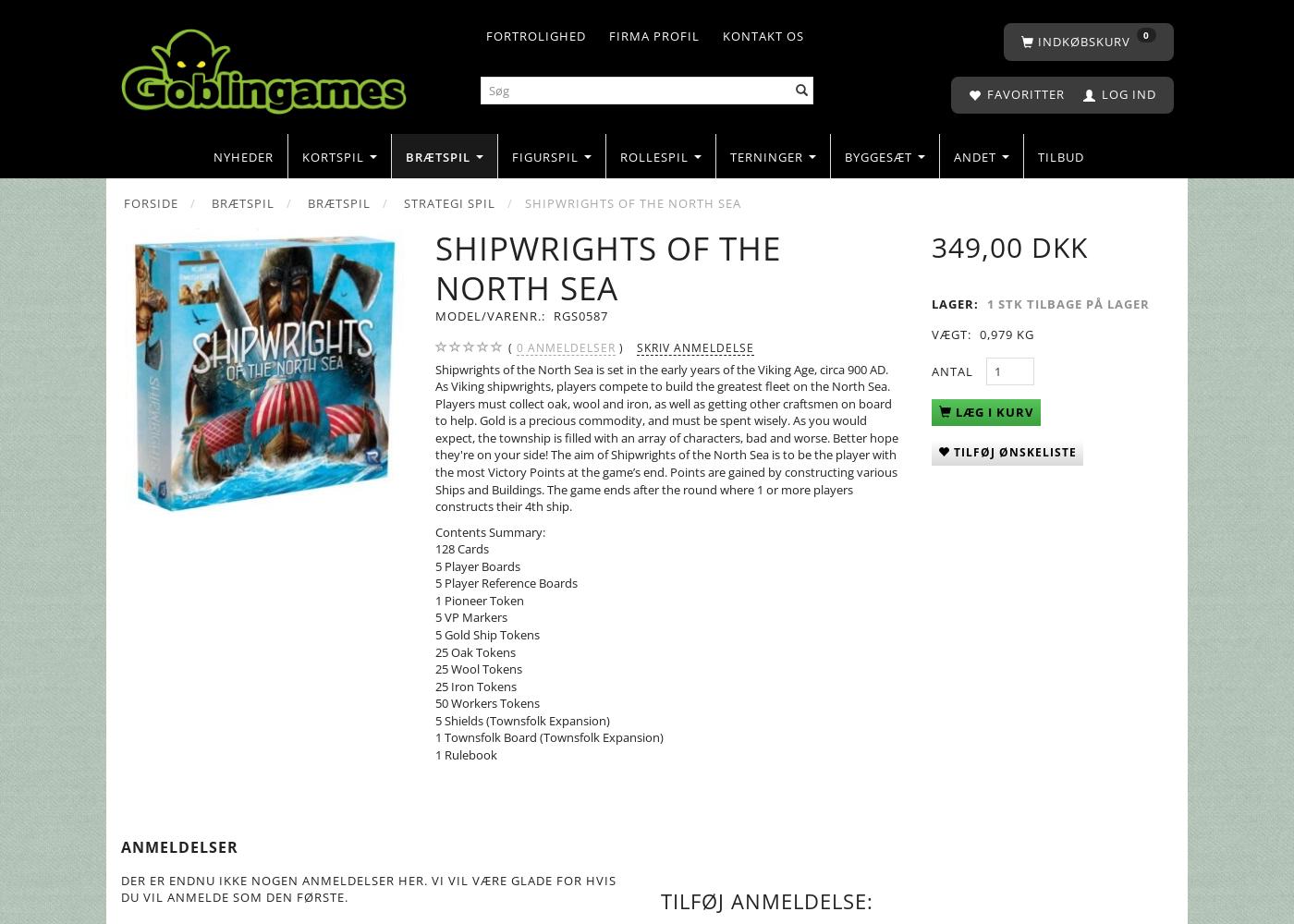 The image size is (1294, 924). I want to click on 'Contents Summary:', so click(490, 530).